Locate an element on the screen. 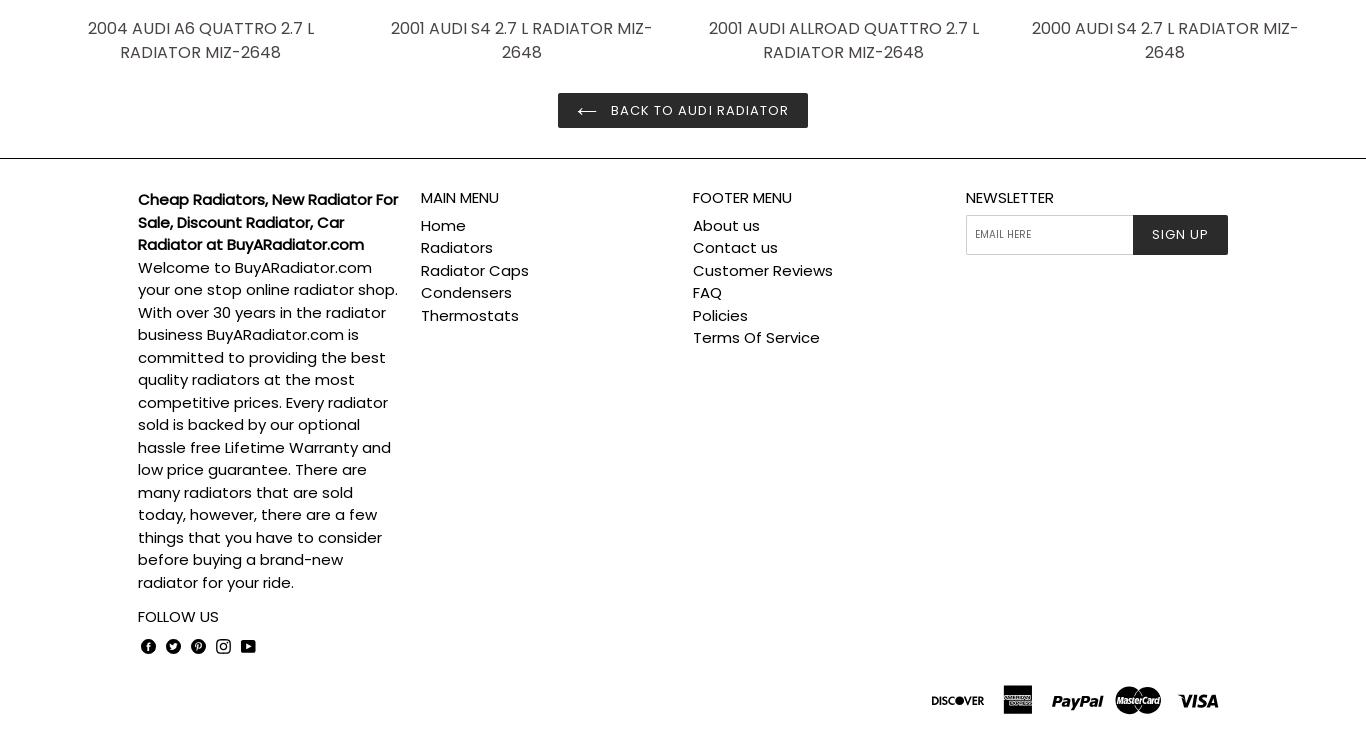 The height and width of the screenshot is (733, 1366). 'Contact us' is located at coordinates (735, 247).